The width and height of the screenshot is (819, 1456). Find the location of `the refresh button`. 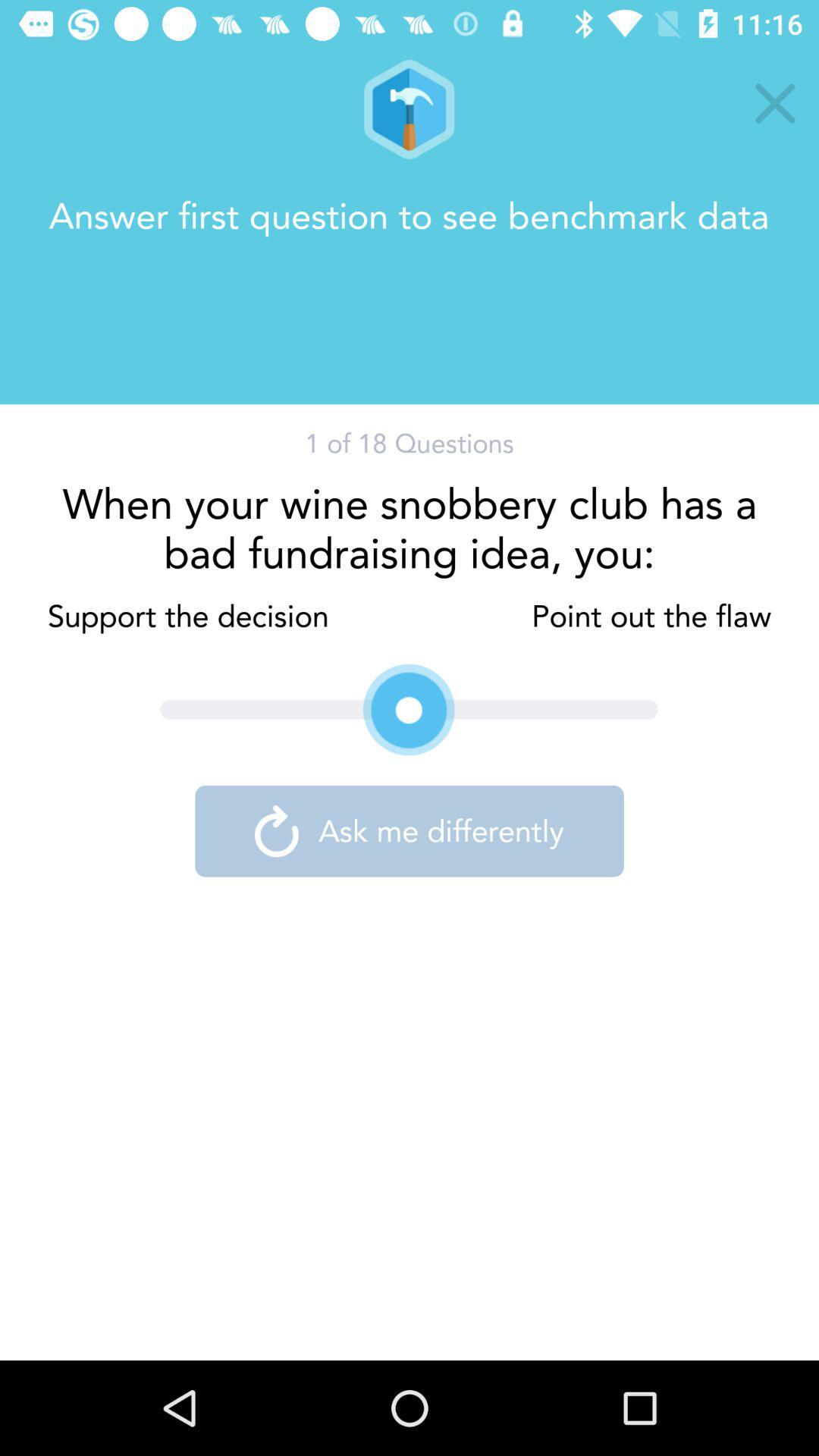

the refresh button is located at coordinates (277, 830).